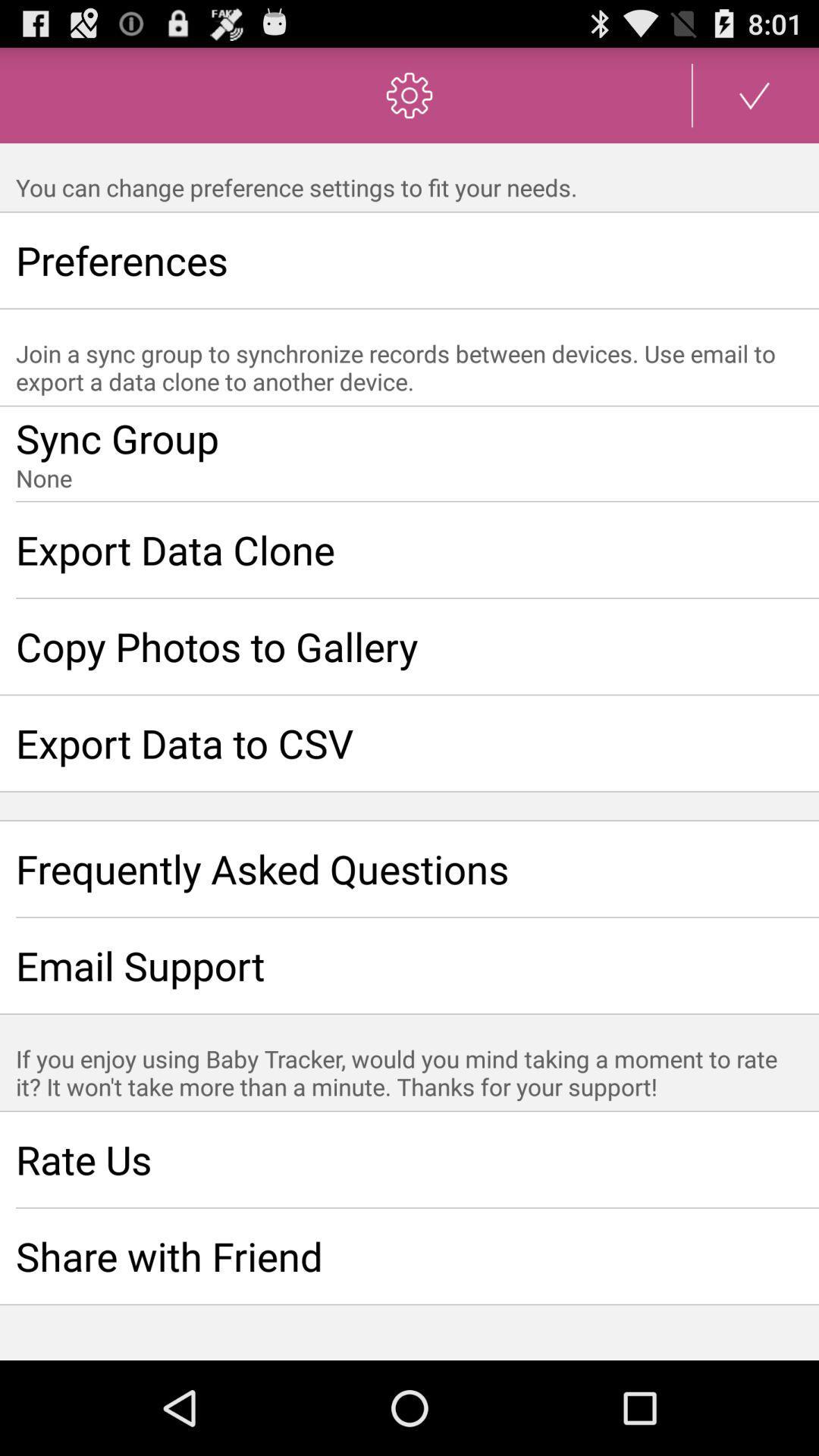  I want to click on rate us, so click(409, 1159).